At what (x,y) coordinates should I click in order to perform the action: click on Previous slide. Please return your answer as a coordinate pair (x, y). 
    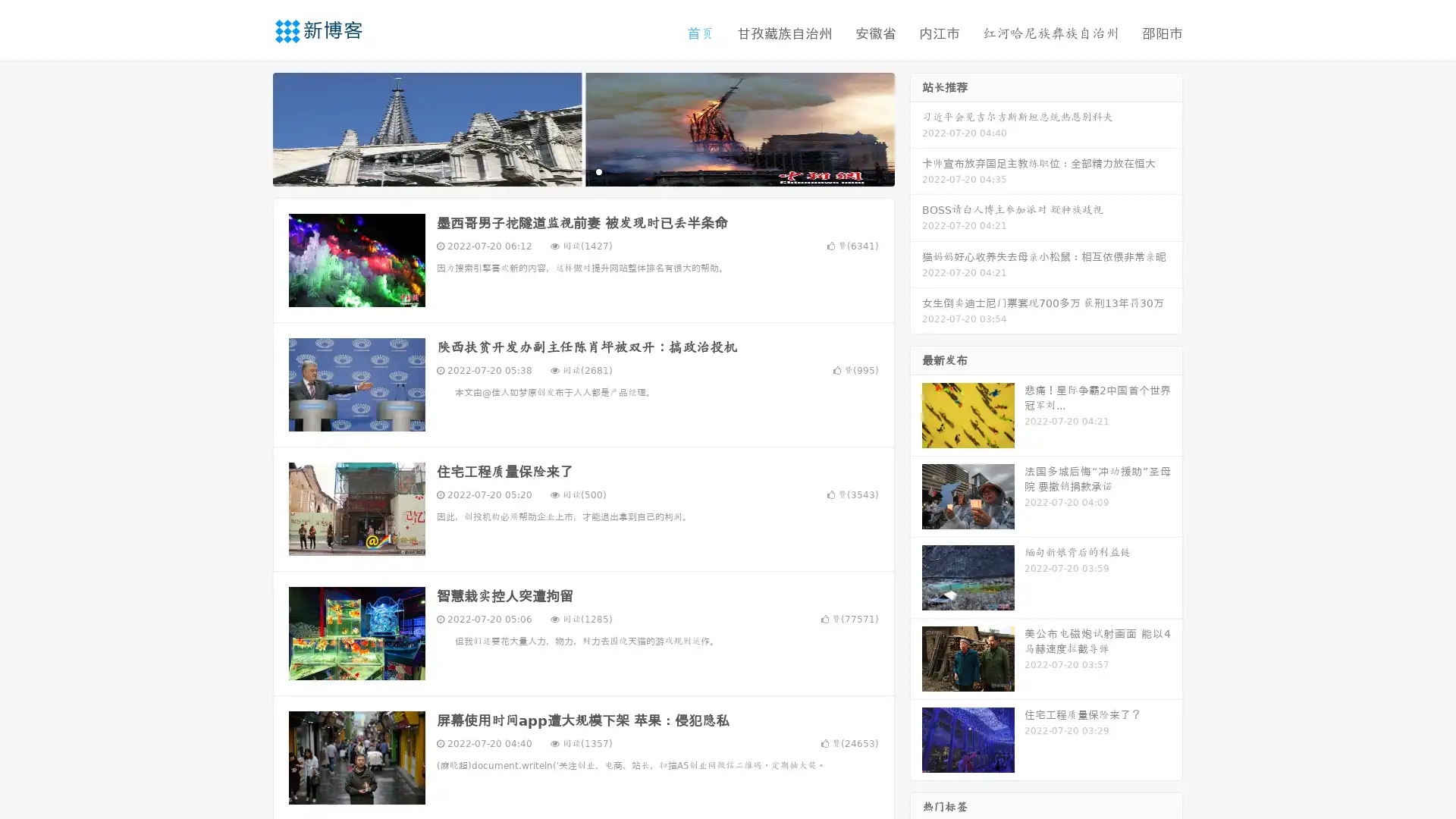
    Looking at the image, I should click on (250, 127).